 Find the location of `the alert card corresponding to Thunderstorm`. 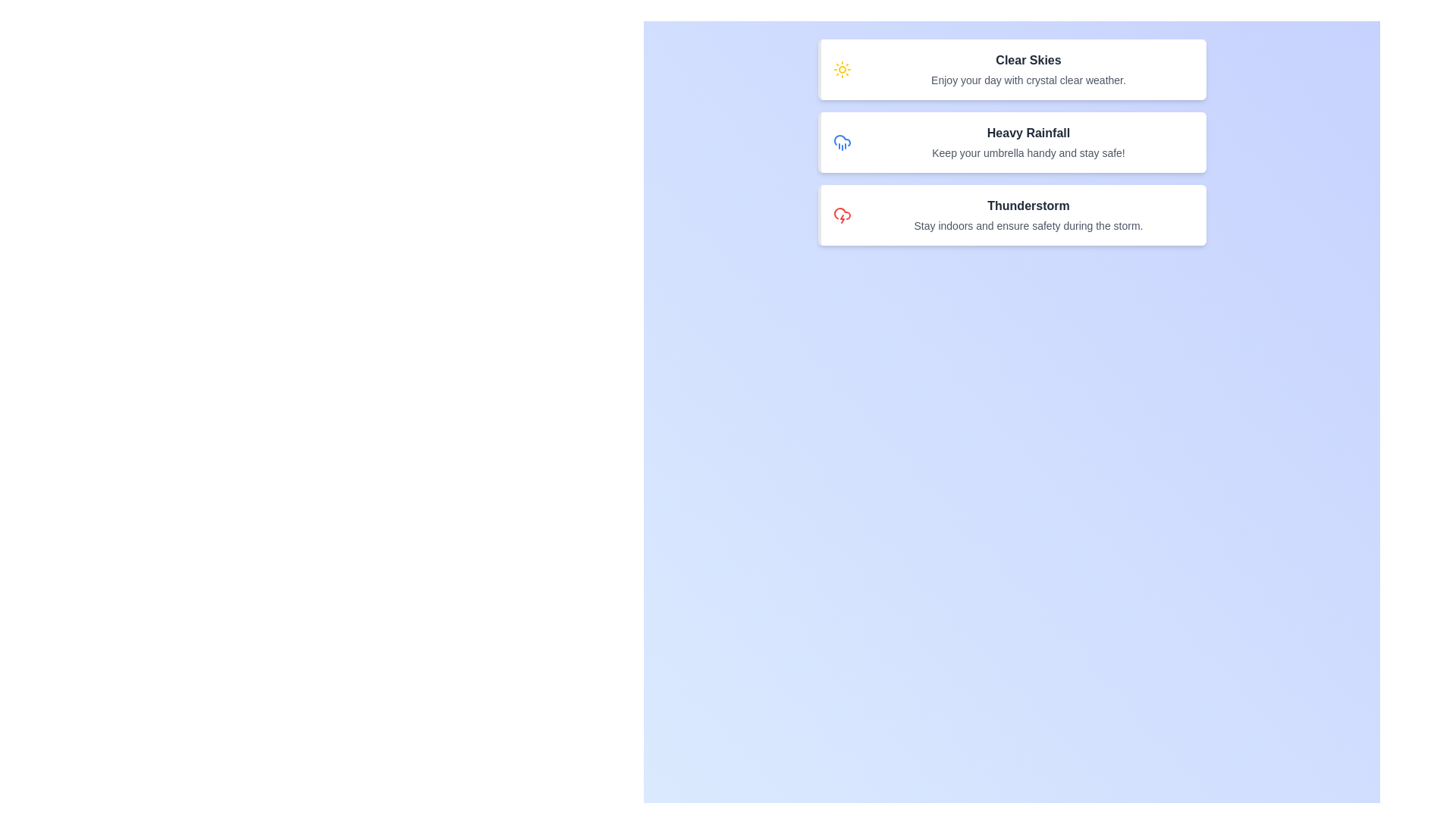

the alert card corresponding to Thunderstorm is located at coordinates (1012, 215).